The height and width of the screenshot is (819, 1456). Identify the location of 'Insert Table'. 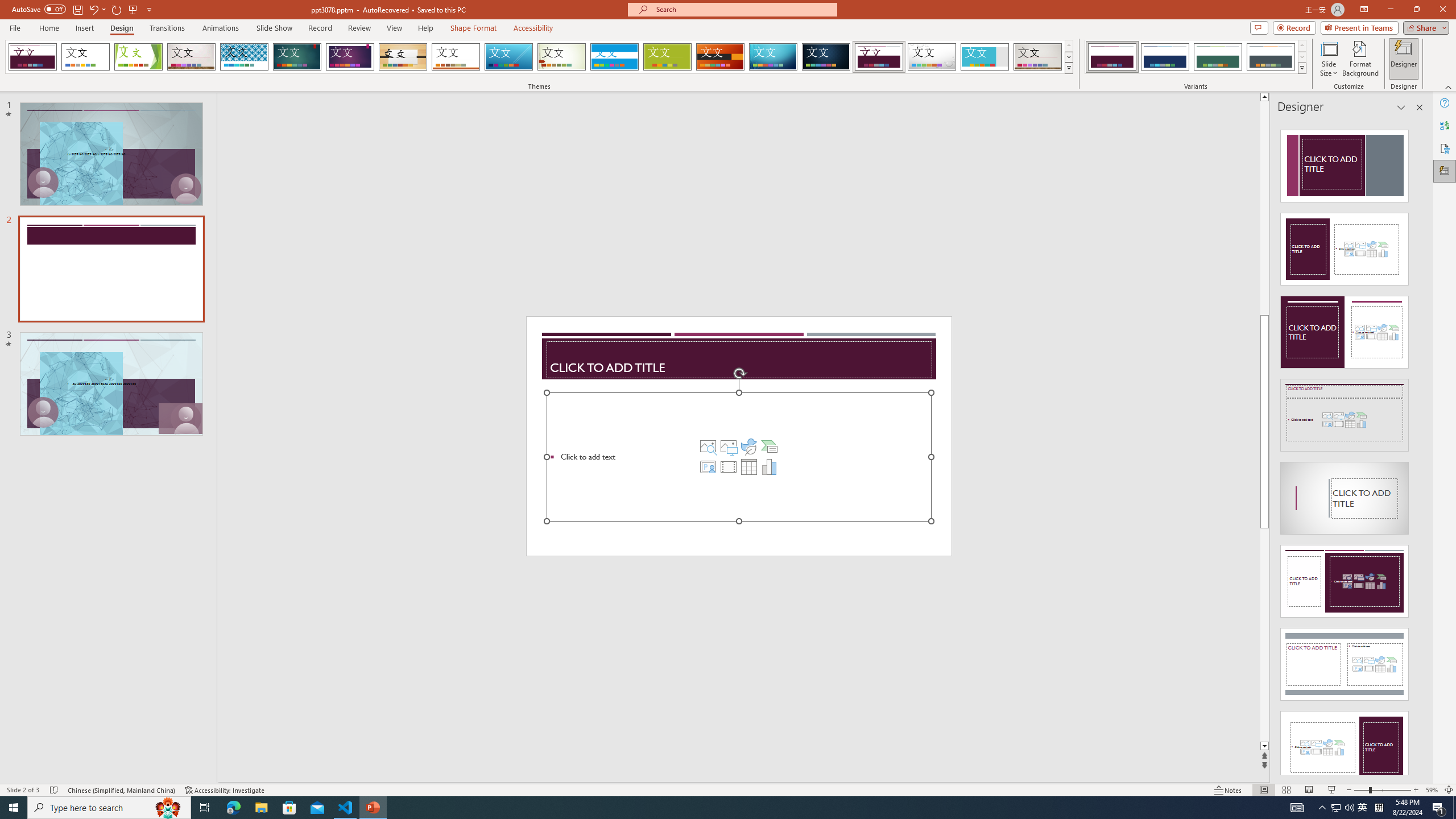
(748, 466).